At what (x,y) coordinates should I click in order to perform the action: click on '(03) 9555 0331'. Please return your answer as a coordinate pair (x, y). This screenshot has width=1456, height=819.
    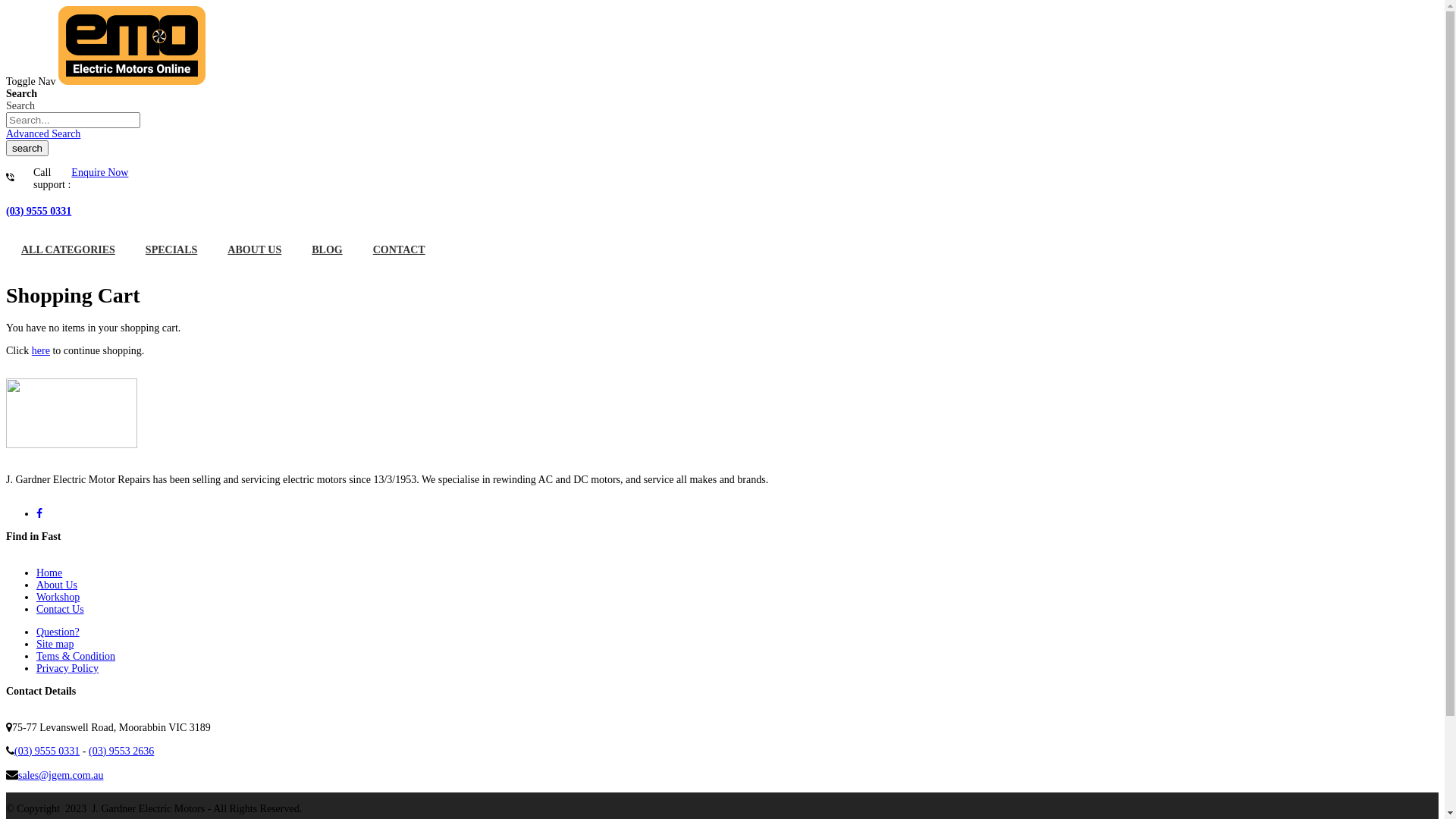
    Looking at the image, I should click on (39, 211).